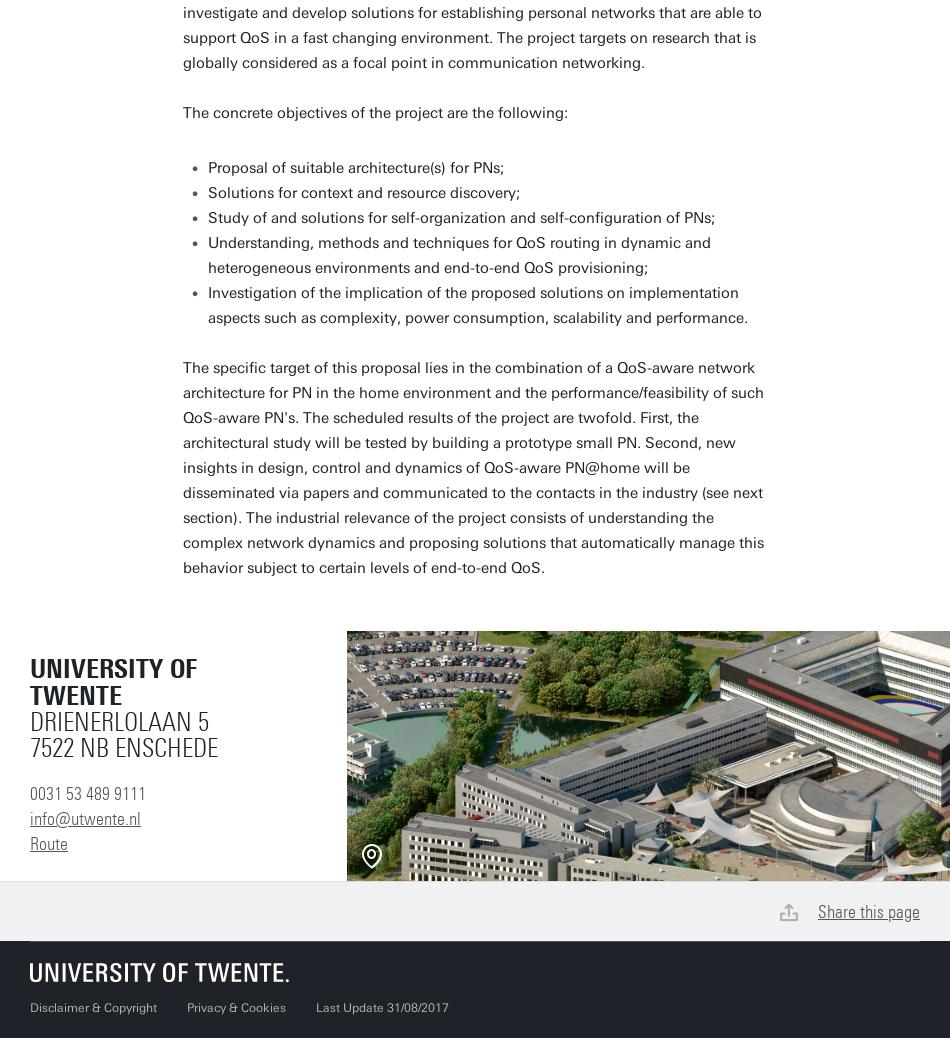  I want to click on 'Privacy & Cookies', so click(236, 1008).